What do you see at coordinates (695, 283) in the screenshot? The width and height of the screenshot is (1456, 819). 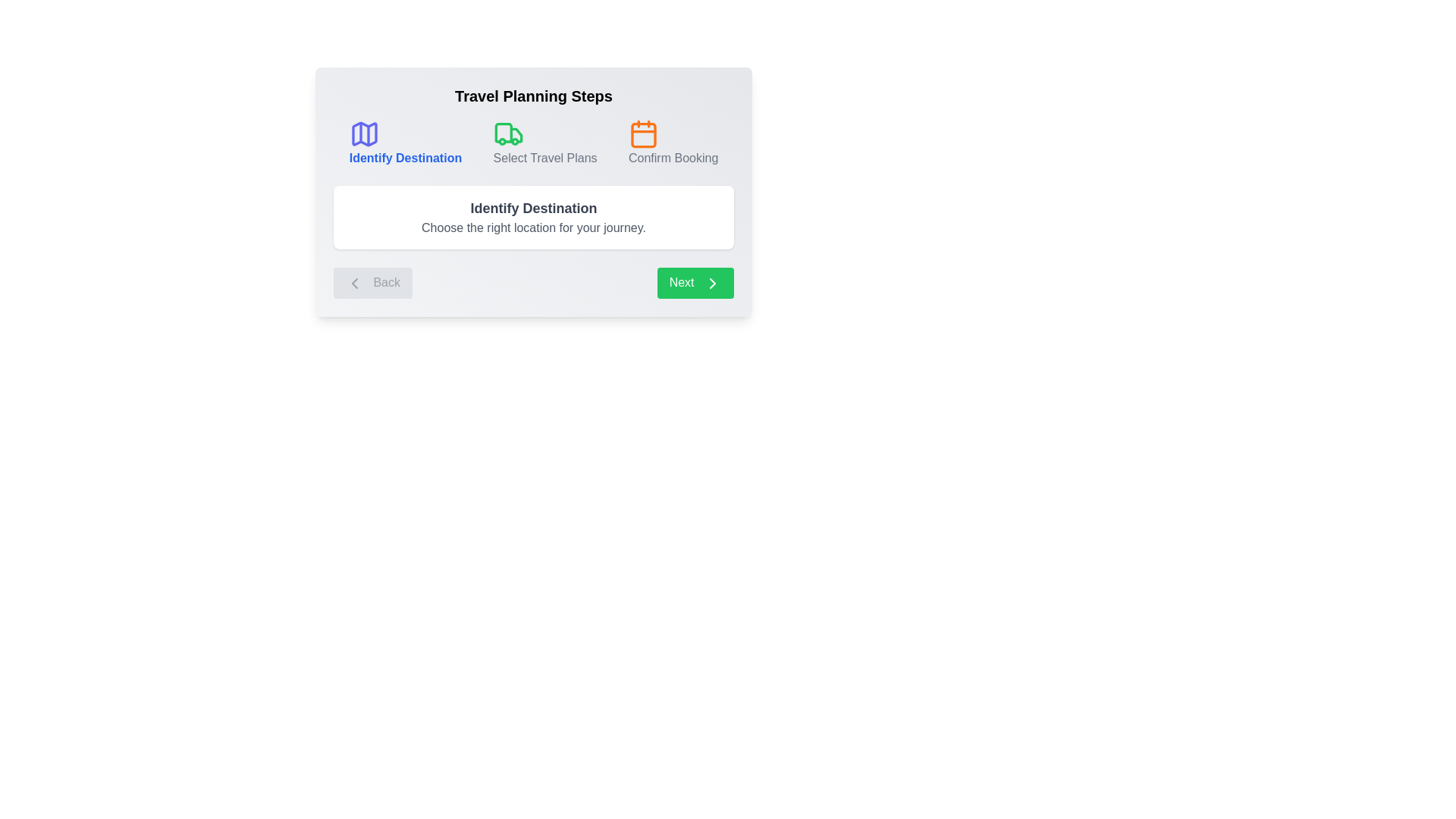 I see `the 'Next' button, which is a rectangular button with rounded corners, a solid green background, white text, and an arrow icon indicating forward navigation` at bounding box center [695, 283].